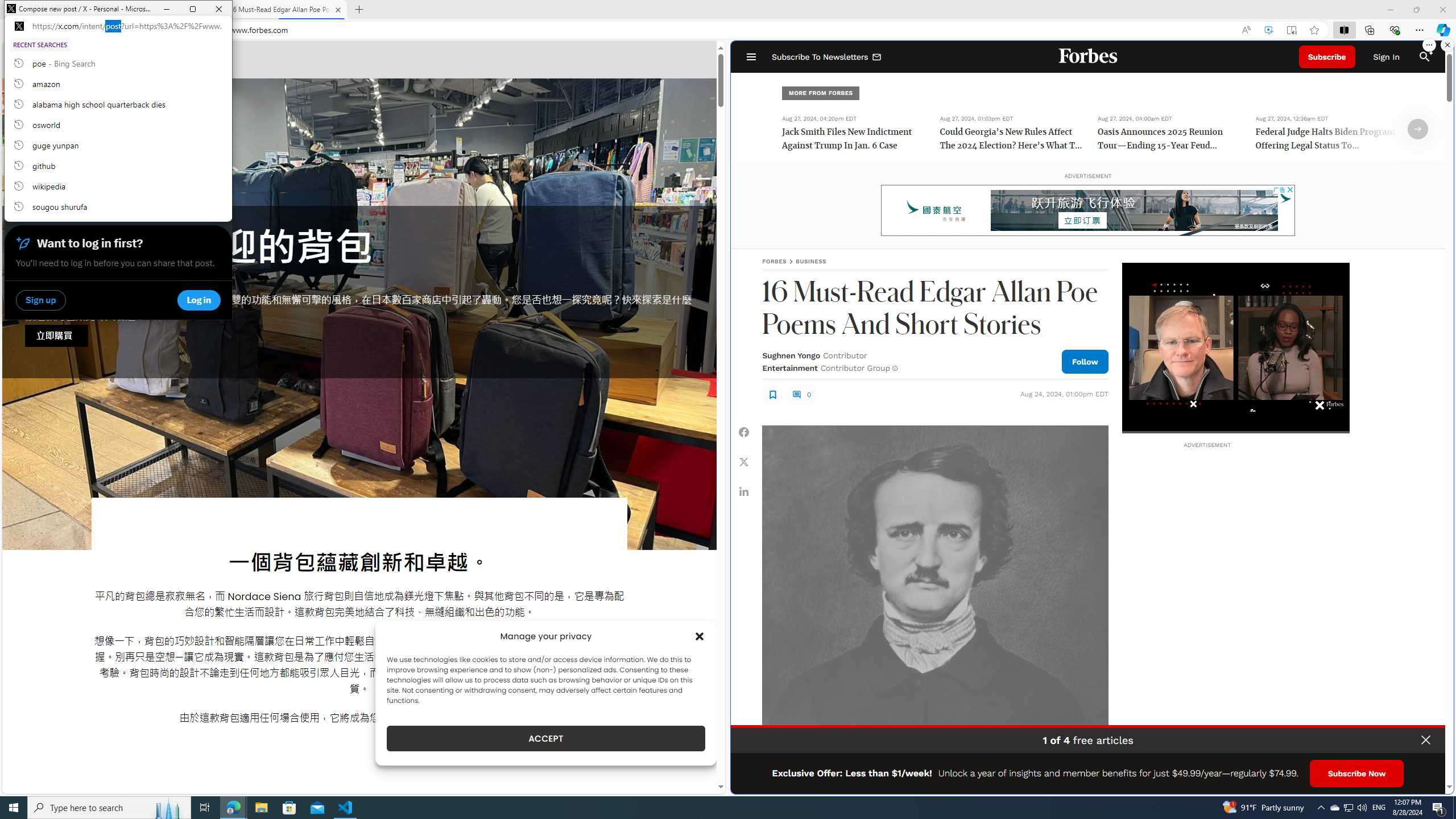  What do you see at coordinates (345, 806) in the screenshot?
I see `'Visual Studio Code - 1 running window'` at bounding box center [345, 806].